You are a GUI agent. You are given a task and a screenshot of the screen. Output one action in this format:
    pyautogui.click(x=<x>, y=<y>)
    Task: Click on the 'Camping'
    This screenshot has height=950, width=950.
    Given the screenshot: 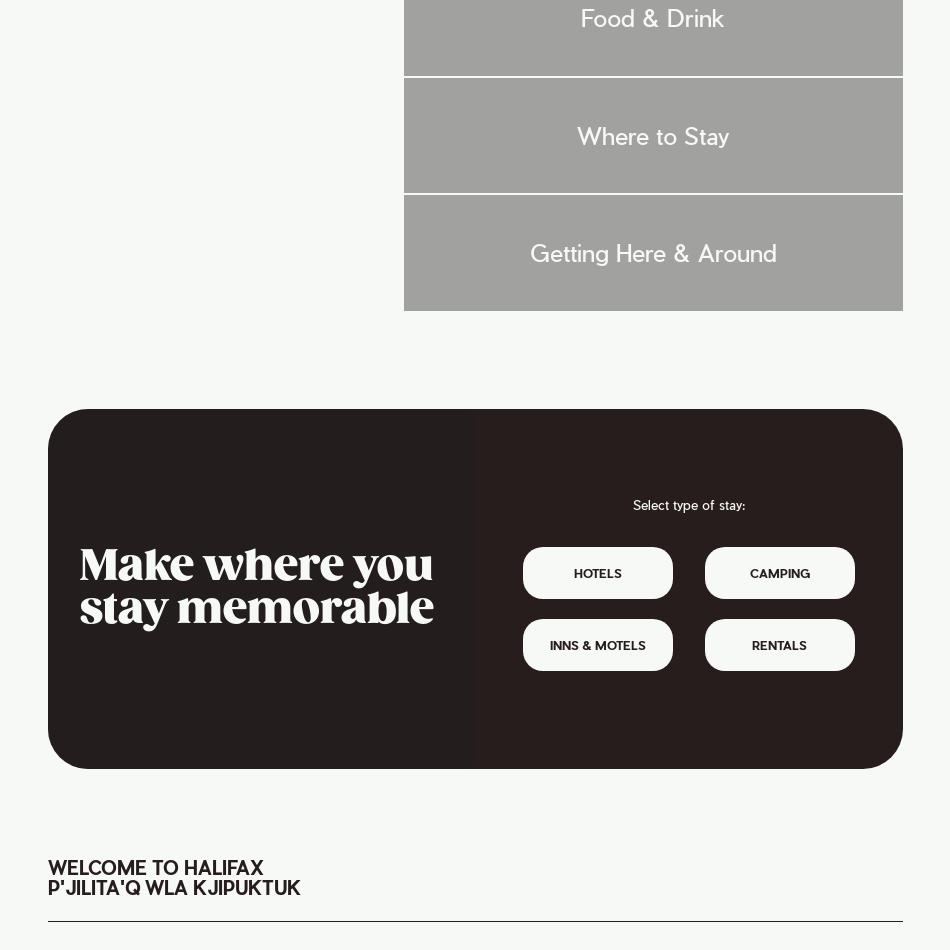 What is the action you would take?
    pyautogui.click(x=778, y=573)
    